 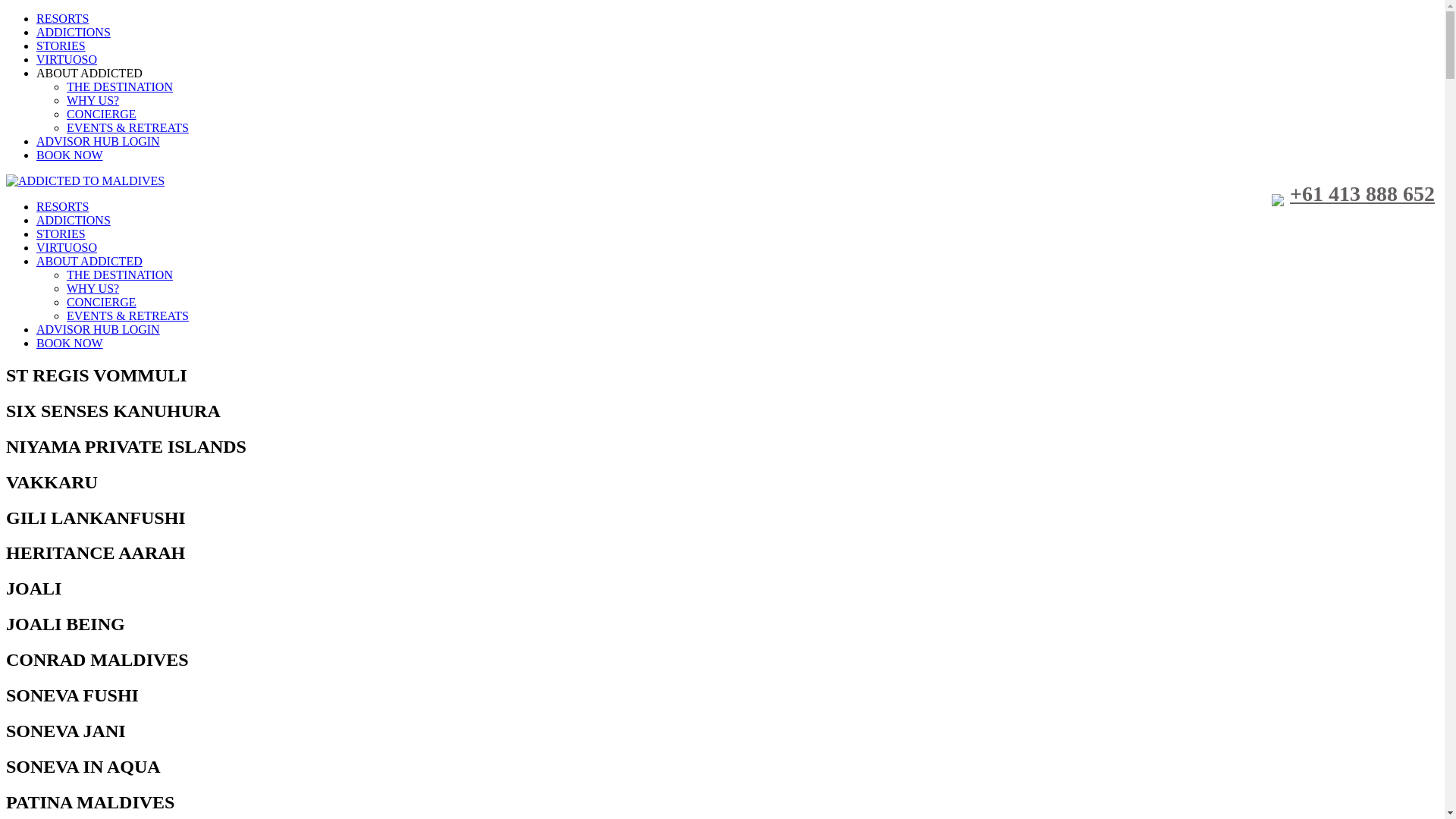 I want to click on 'STORIES', so click(x=61, y=234).